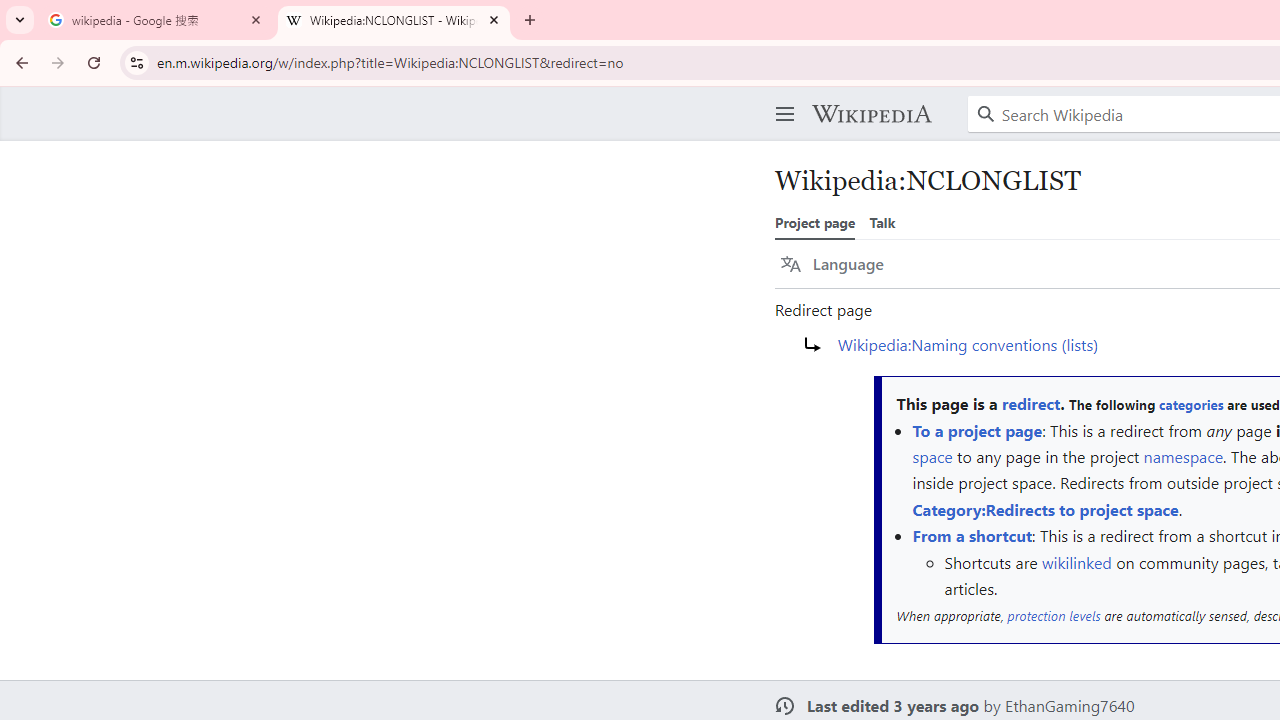 The image size is (1280, 720). I want to click on 'redirect', so click(1031, 403).